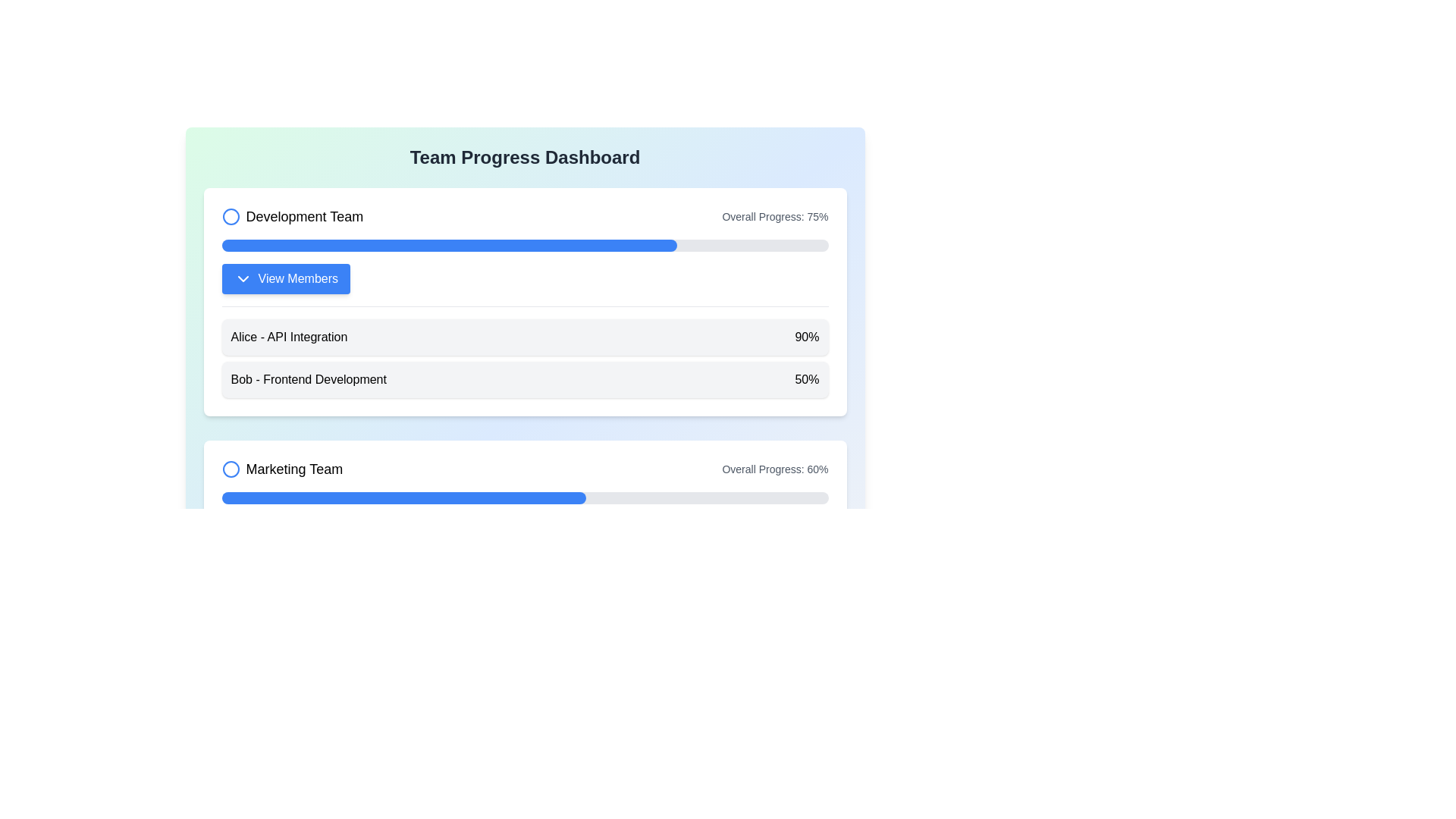  Describe the element at coordinates (806, 336) in the screenshot. I see `progress text label indicating the percentage of task completion for 'Alice - API Integration', located in the top-right corner of the card` at that location.